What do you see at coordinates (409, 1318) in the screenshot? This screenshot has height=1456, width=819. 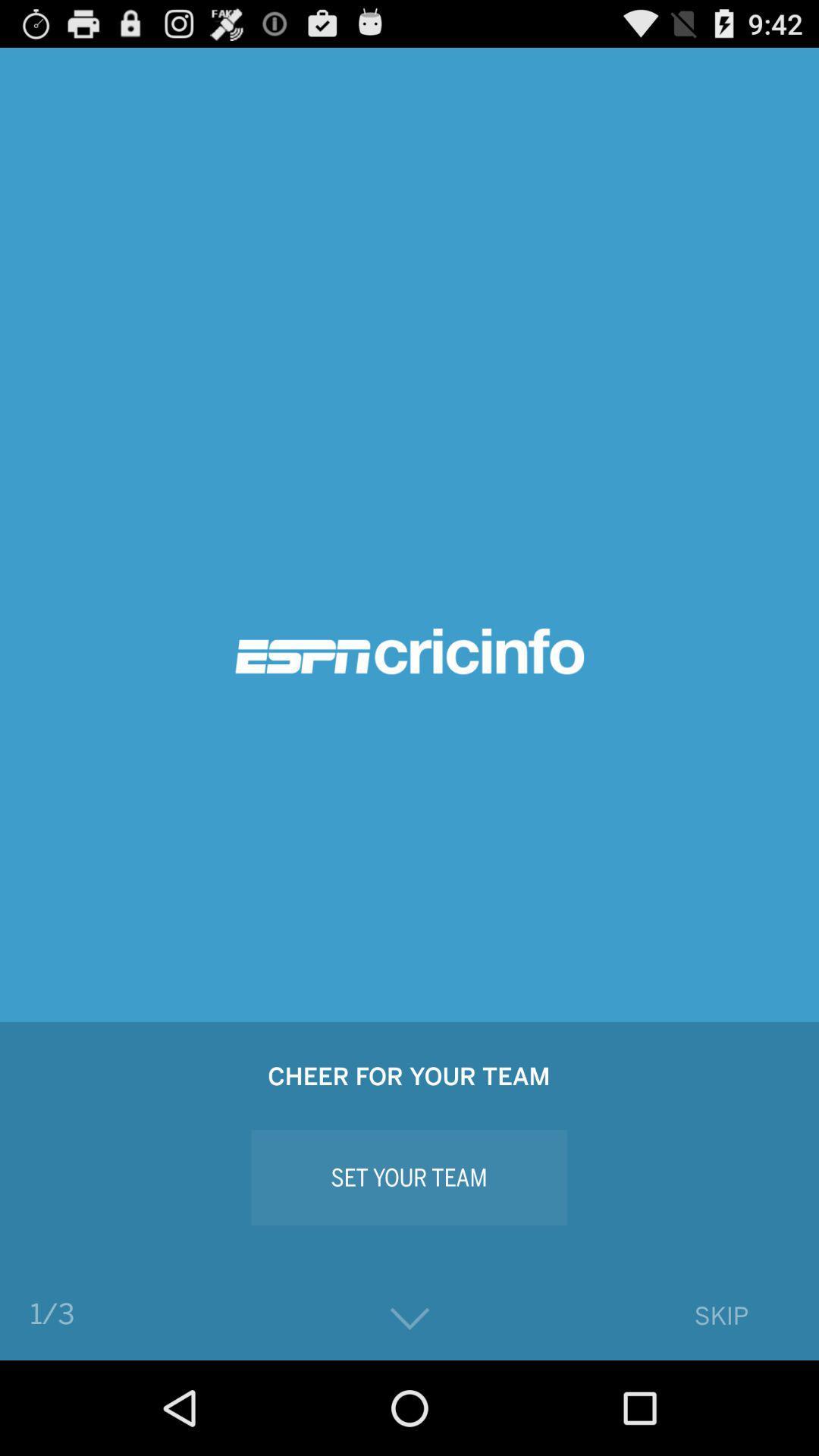 I see `icon next to the skip button` at bounding box center [409, 1318].